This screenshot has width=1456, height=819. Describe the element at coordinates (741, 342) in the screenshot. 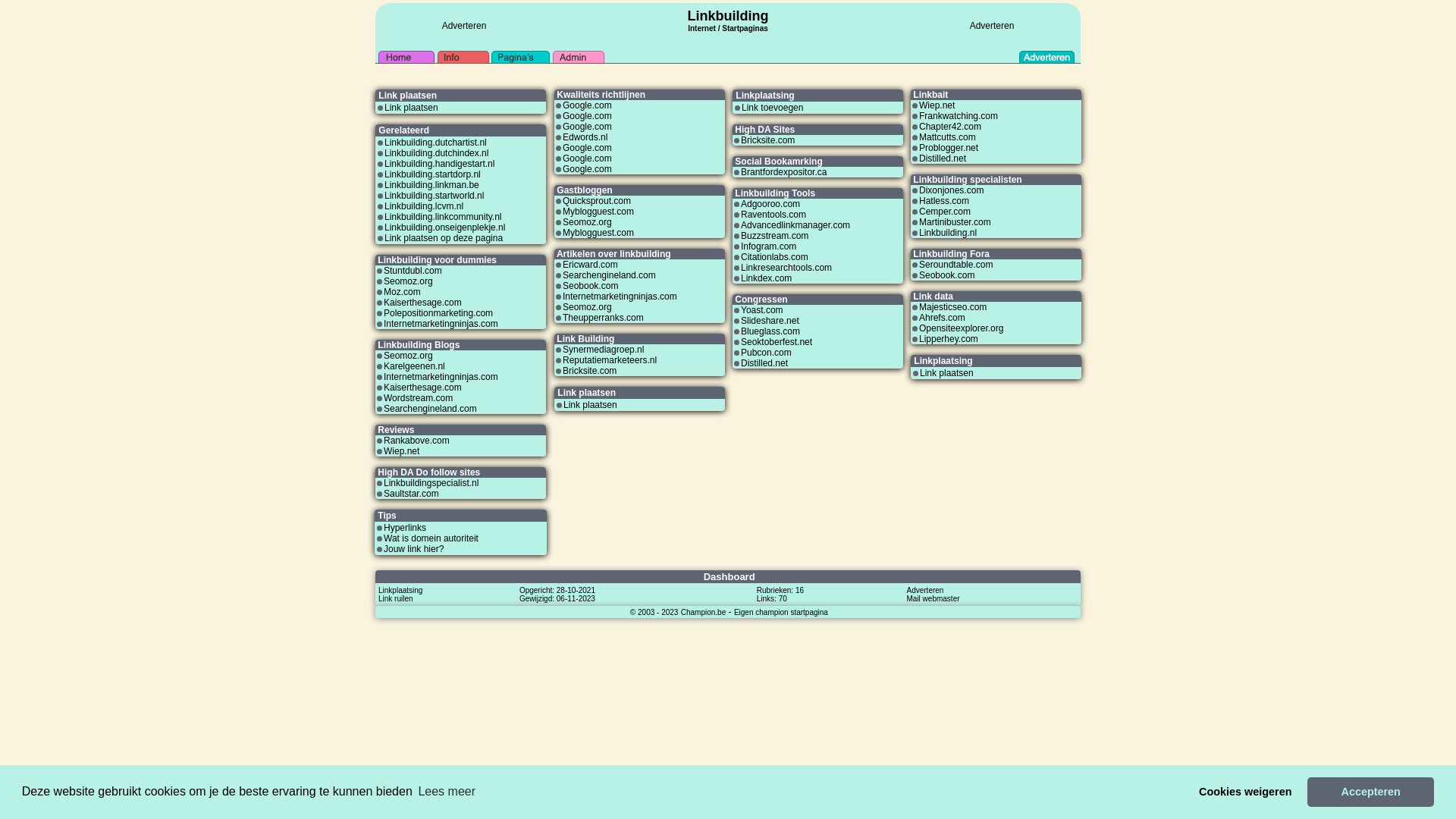

I see `'Seoktoberfest.net'` at that location.